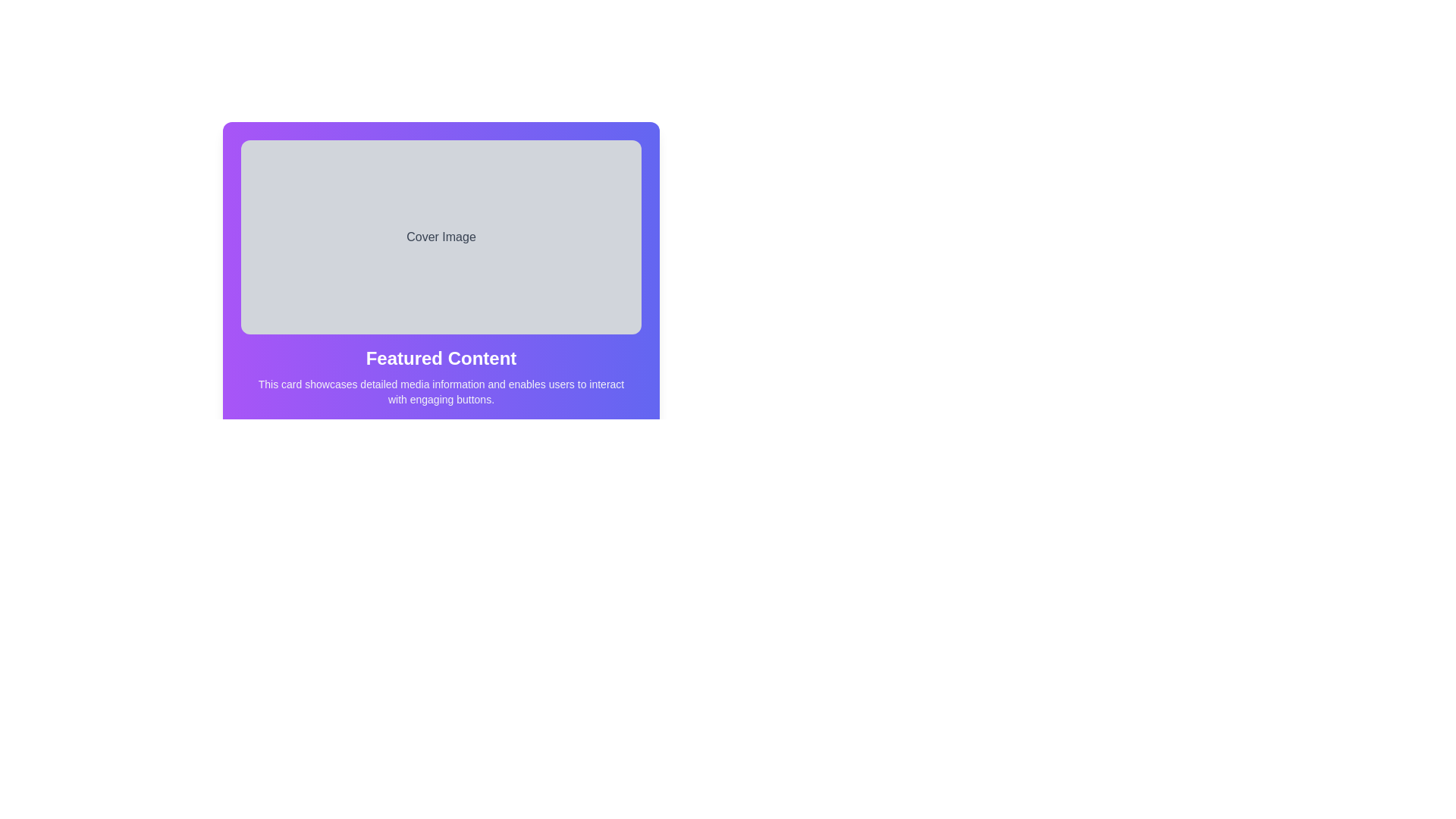  Describe the element at coordinates (440, 237) in the screenshot. I see `the 'Cover Image' text label, which is displayed in neutral gray within a rounded gray box` at that location.